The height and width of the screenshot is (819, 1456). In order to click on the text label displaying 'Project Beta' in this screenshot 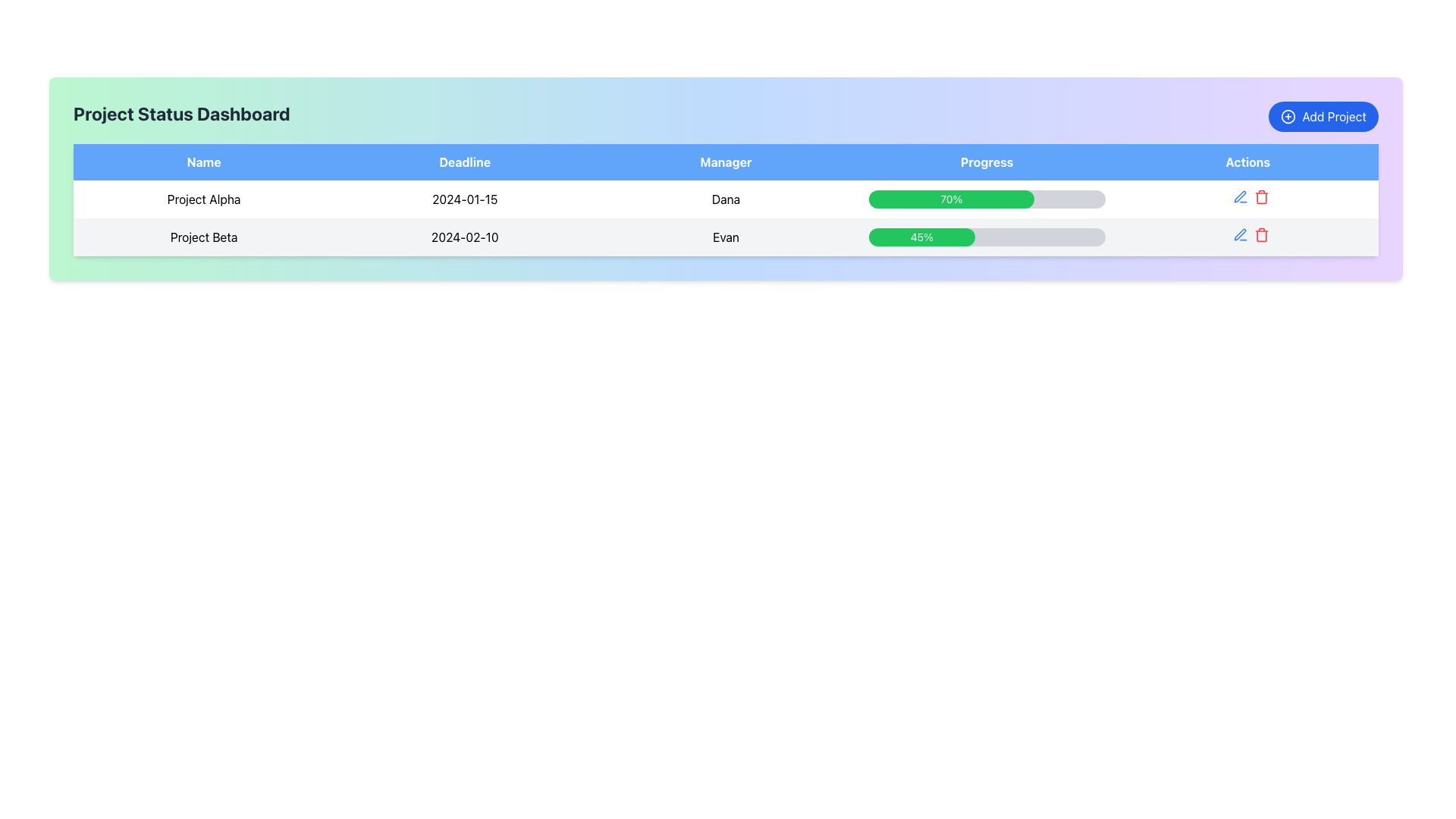, I will do `click(203, 237)`.